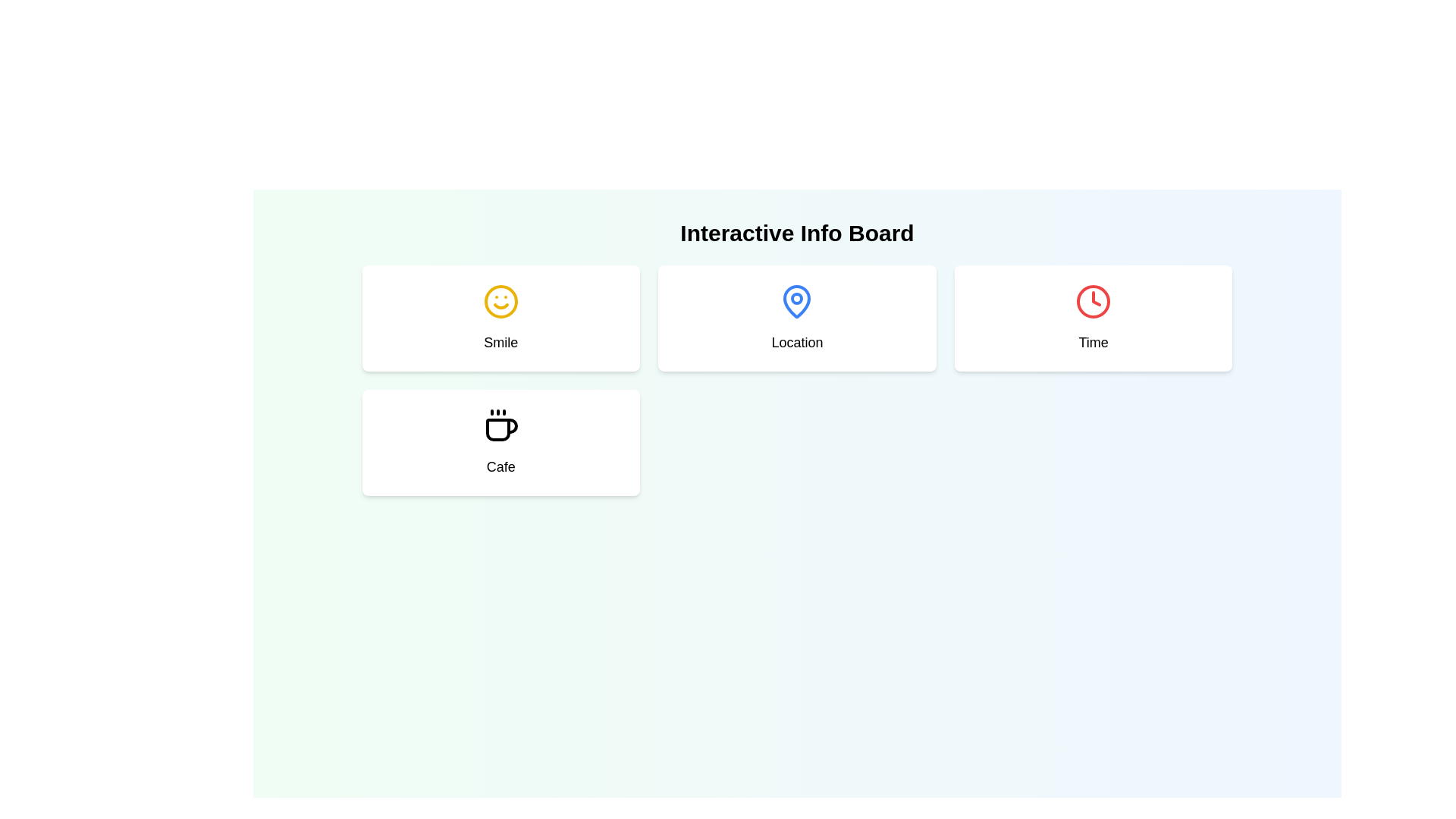 The width and height of the screenshot is (1456, 819). Describe the element at coordinates (796, 298) in the screenshot. I see `the small circular shape inside the blue pin outline of the location marker, which is located in the second card of the grid under the 'Interactive Info Board' heading` at that location.